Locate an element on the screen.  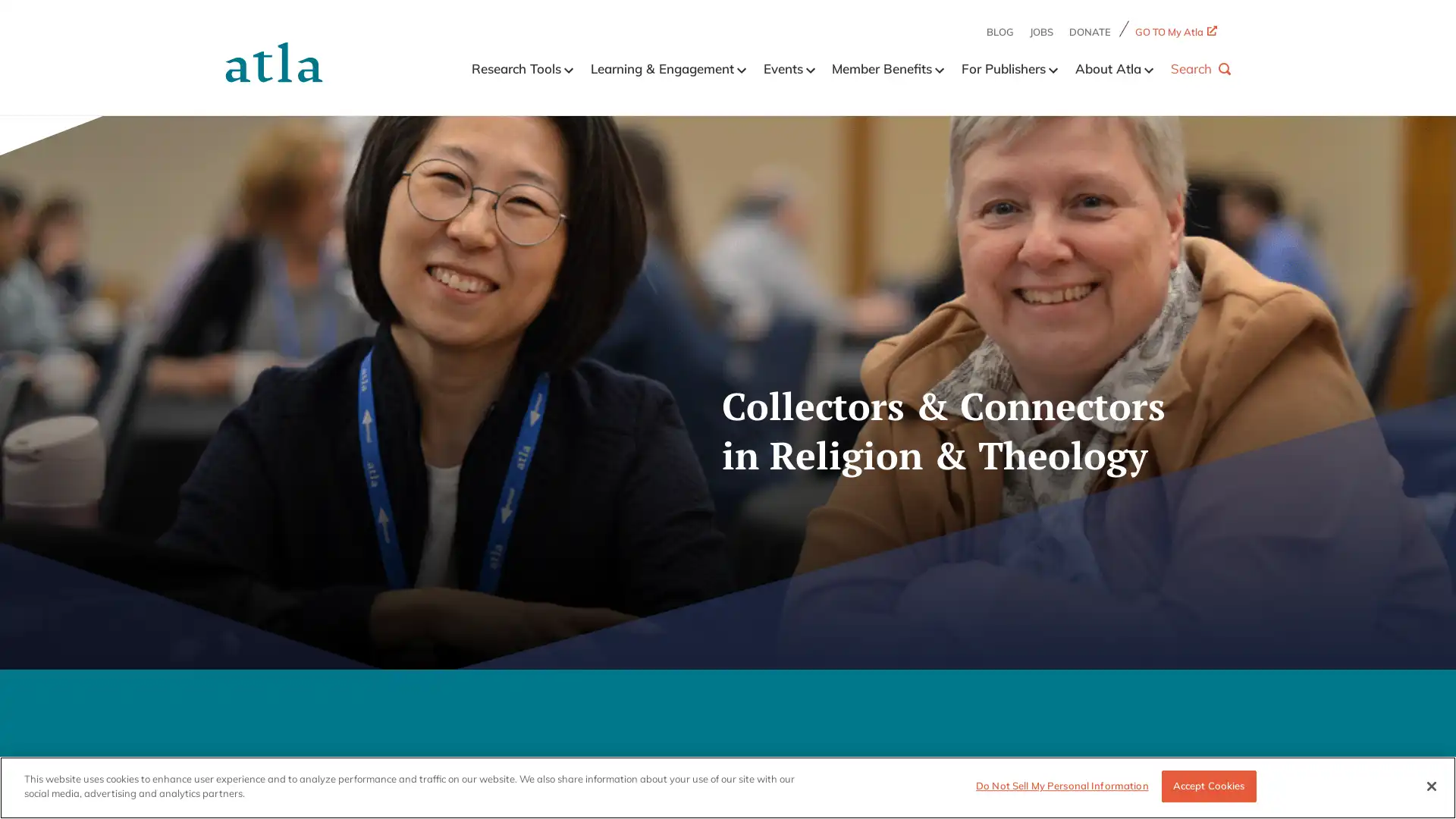
Close is located at coordinates (1430, 785).